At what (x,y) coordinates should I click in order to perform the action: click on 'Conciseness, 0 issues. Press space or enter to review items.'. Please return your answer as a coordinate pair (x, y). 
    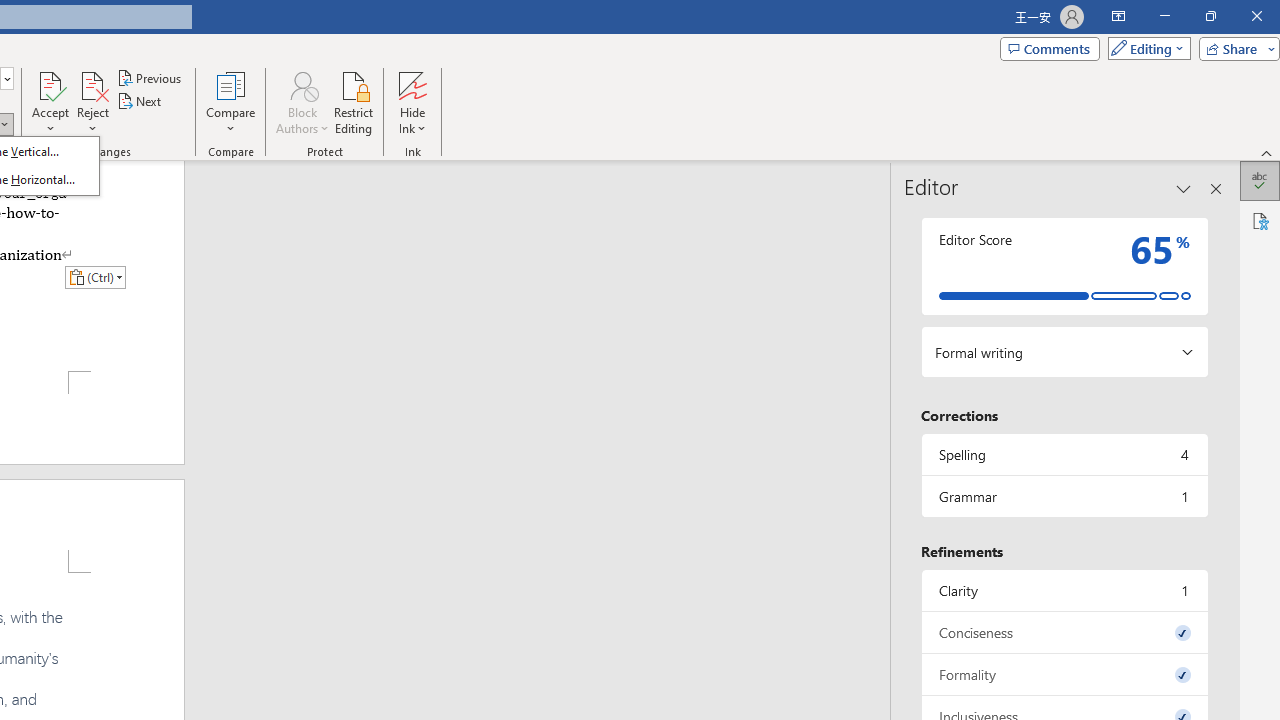
    Looking at the image, I should click on (1063, 632).